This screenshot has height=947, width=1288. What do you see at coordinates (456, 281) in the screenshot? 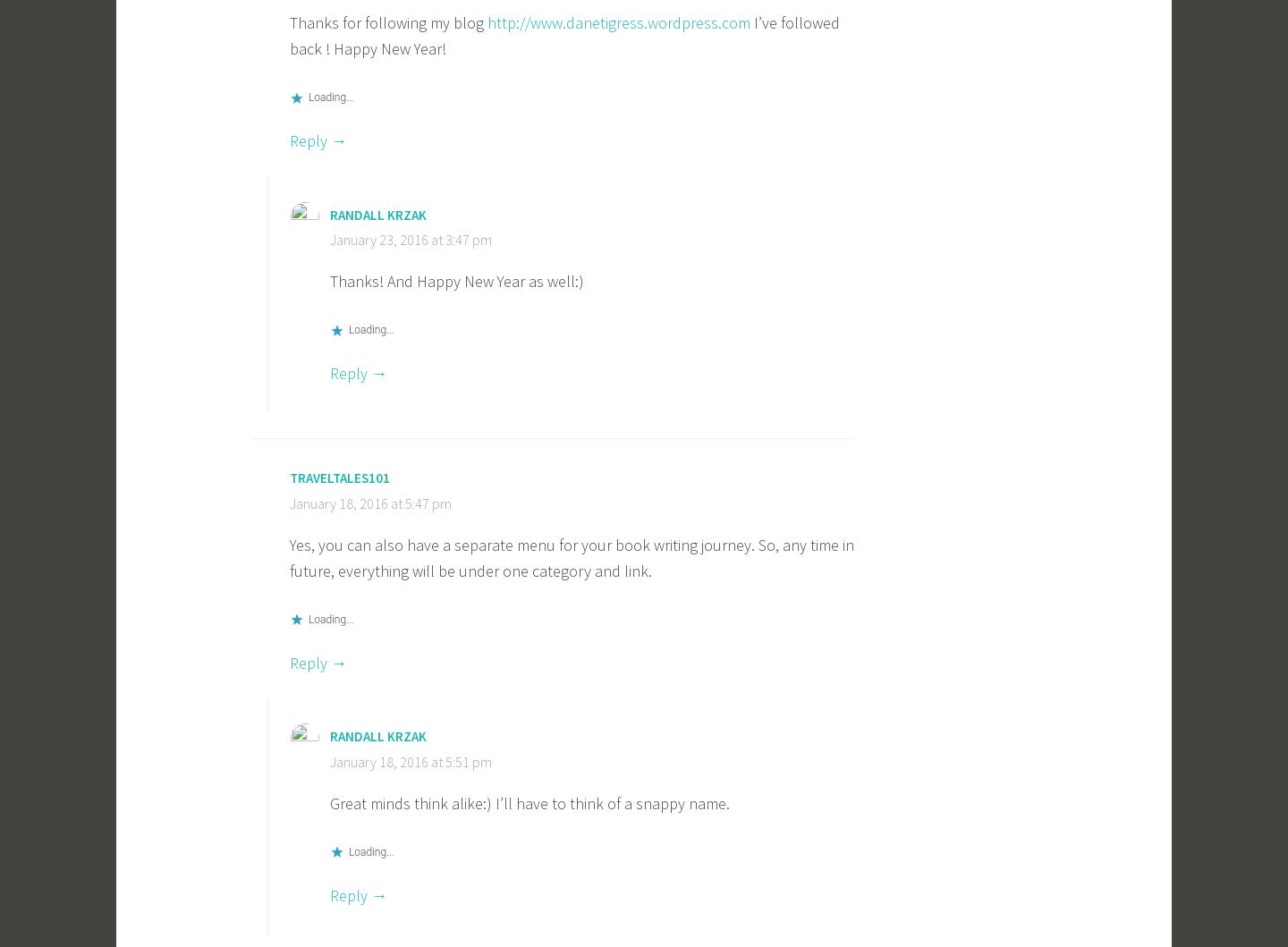
I see `'Thanks! And Happy New Year as well:)'` at bounding box center [456, 281].